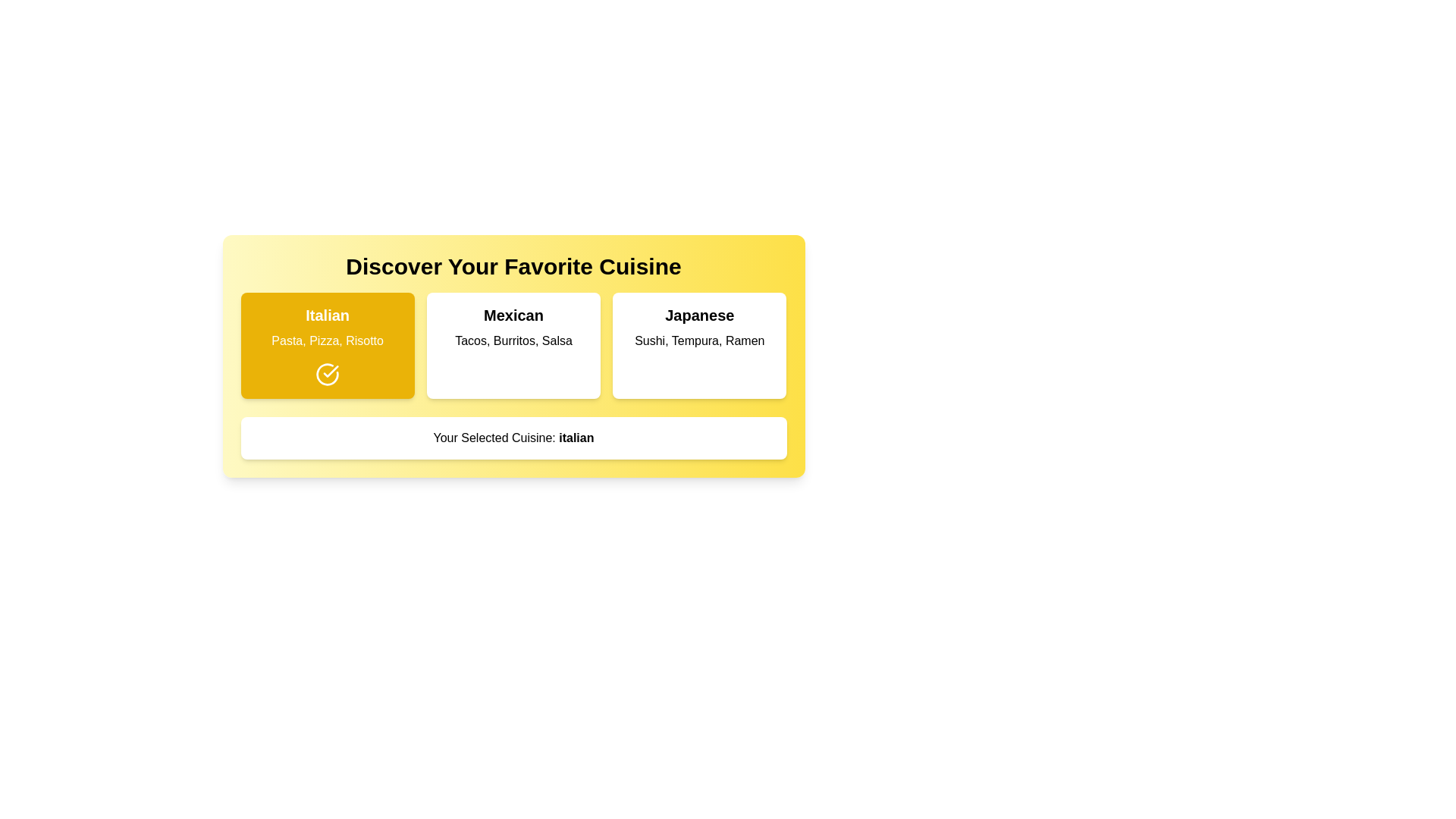 This screenshot has width=1456, height=819. Describe the element at coordinates (330, 371) in the screenshot. I see `the checkmark icon located in the lower-right quadrant of the Italian cuisine card, which is part of a larger SVG icon with a circular outline` at that location.